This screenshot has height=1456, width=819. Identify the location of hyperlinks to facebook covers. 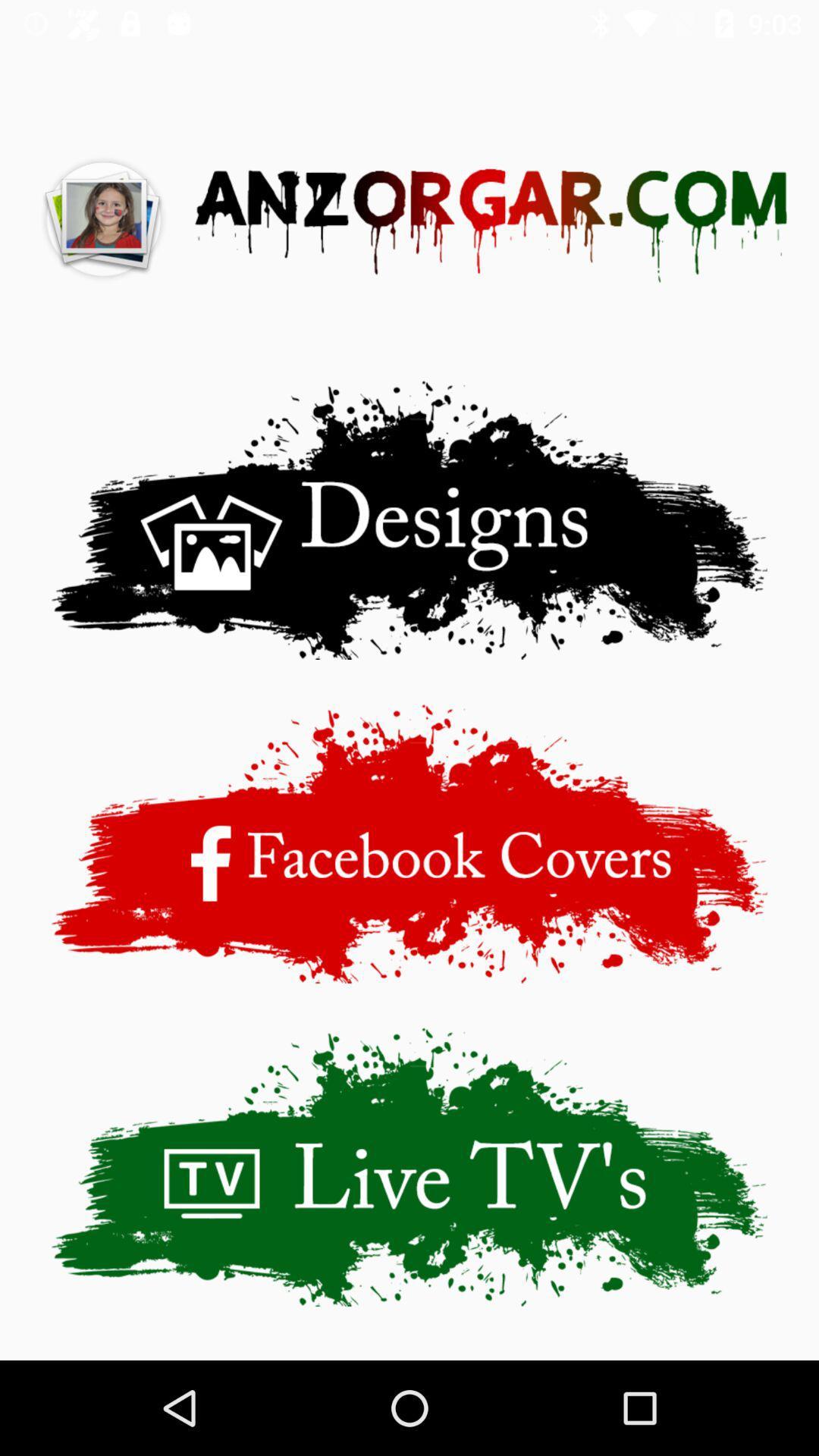
(409, 843).